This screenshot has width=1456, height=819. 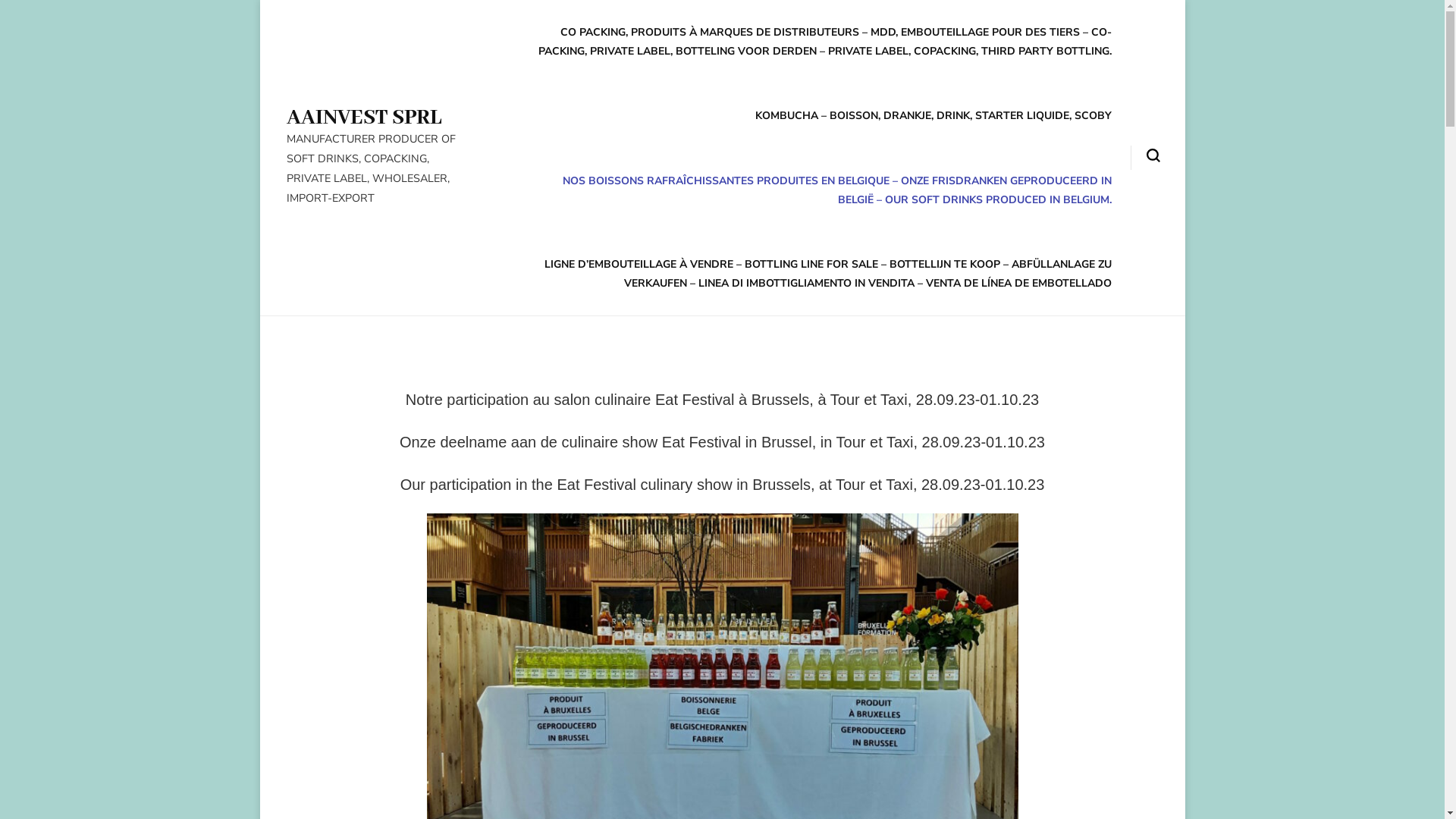 What do you see at coordinates (364, 117) in the screenshot?
I see `'AAINVEST SPRL'` at bounding box center [364, 117].